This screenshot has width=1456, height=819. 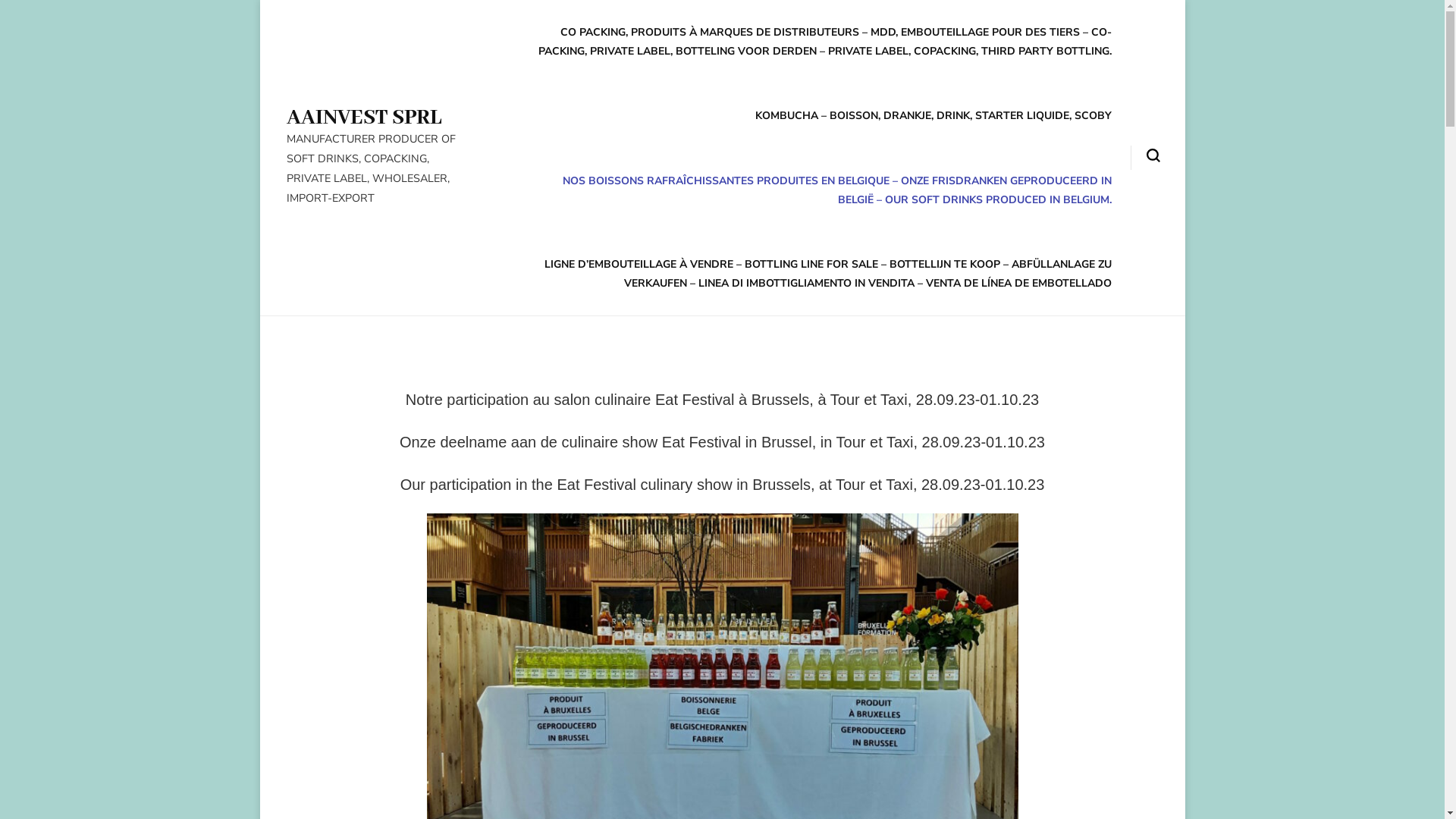 What do you see at coordinates (364, 117) in the screenshot?
I see `'AAINVEST SPRL'` at bounding box center [364, 117].